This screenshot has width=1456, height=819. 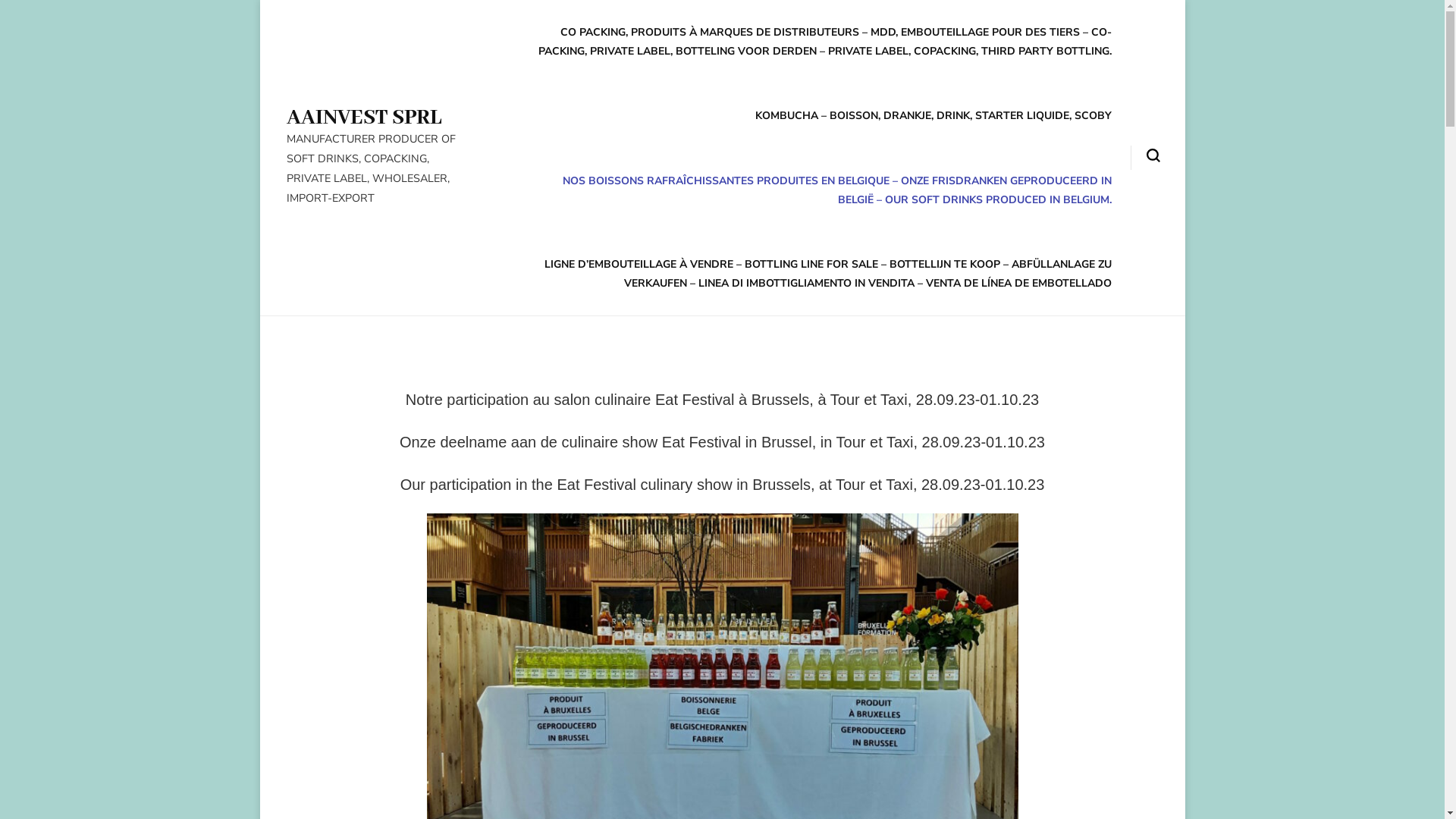 What do you see at coordinates (364, 117) in the screenshot?
I see `'AAINVEST SPRL'` at bounding box center [364, 117].